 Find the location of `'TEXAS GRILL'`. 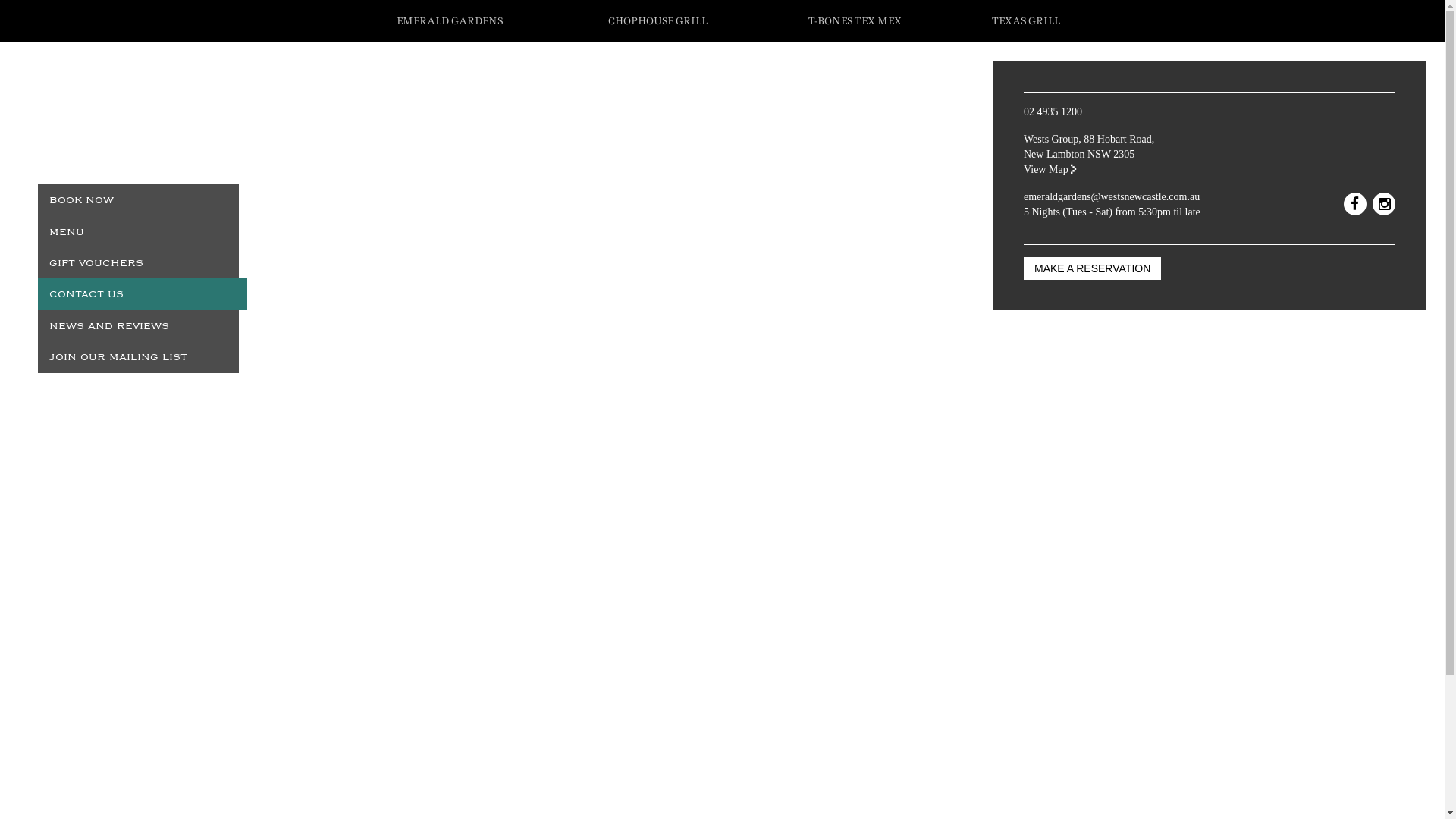

'TEXAS GRILL' is located at coordinates (1026, 20).